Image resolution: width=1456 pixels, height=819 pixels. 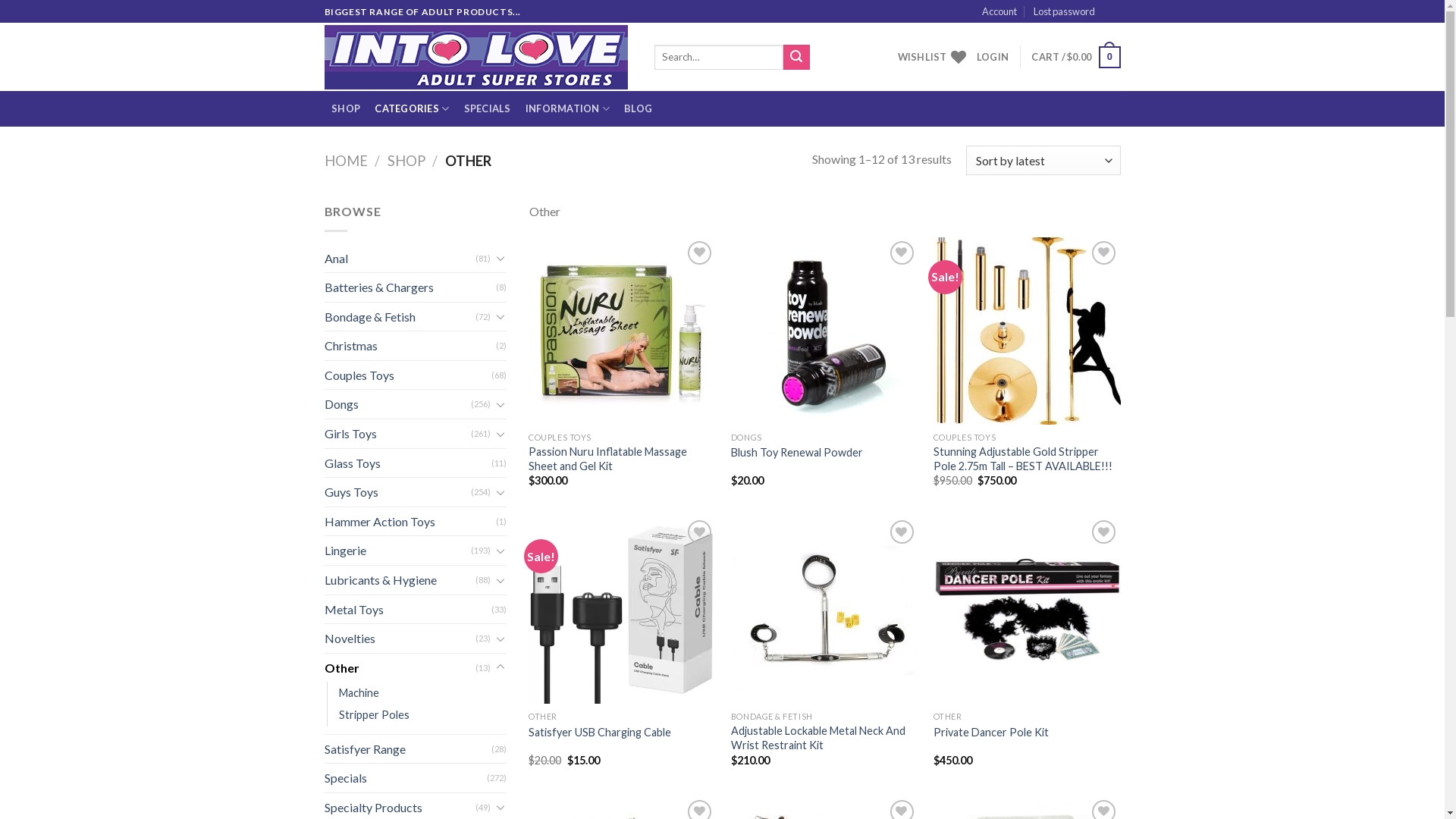 I want to click on 'Stripper Poles', so click(x=373, y=714).